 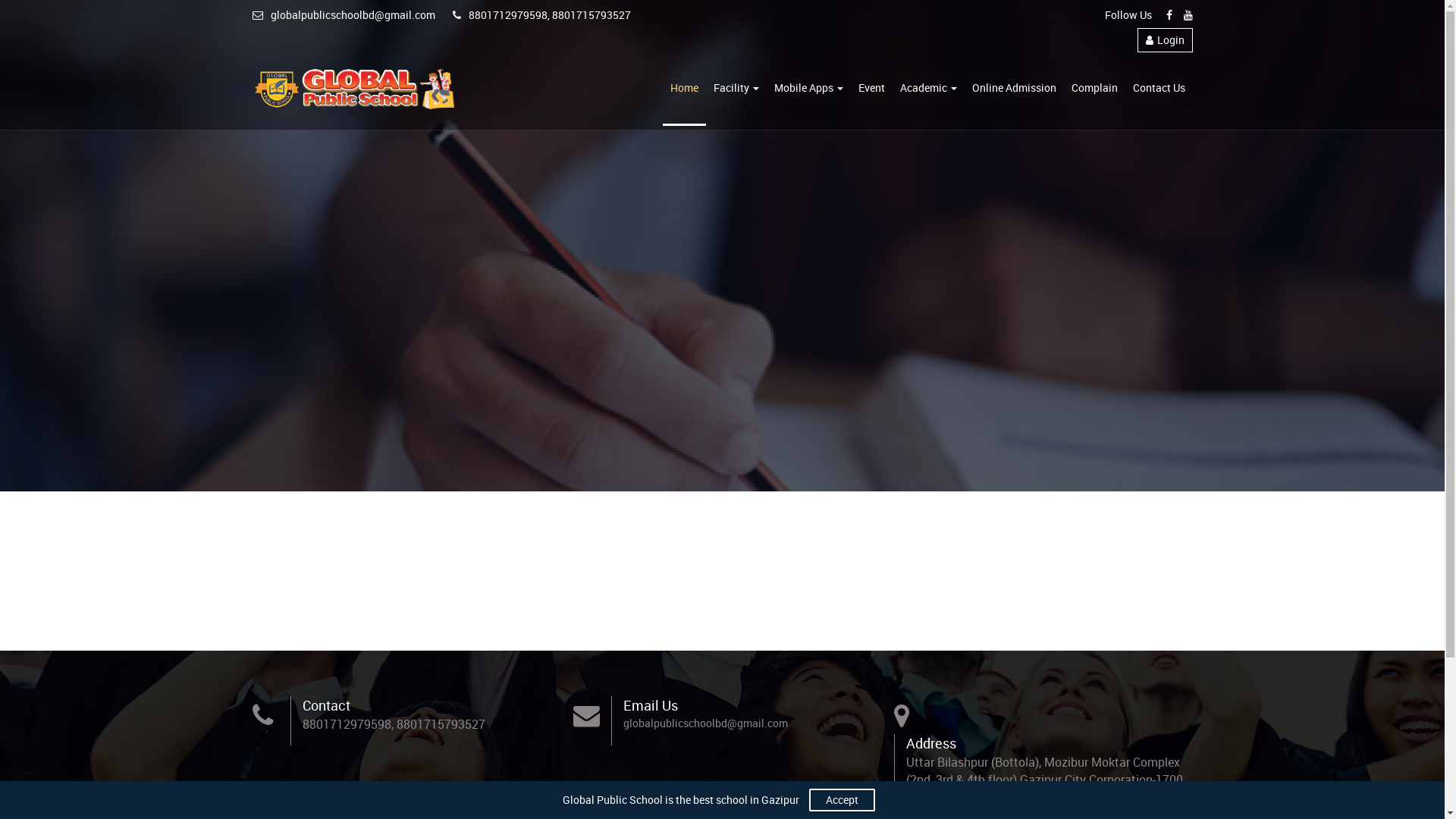 What do you see at coordinates (930, 742) in the screenshot?
I see `'Address'` at bounding box center [930, 742].